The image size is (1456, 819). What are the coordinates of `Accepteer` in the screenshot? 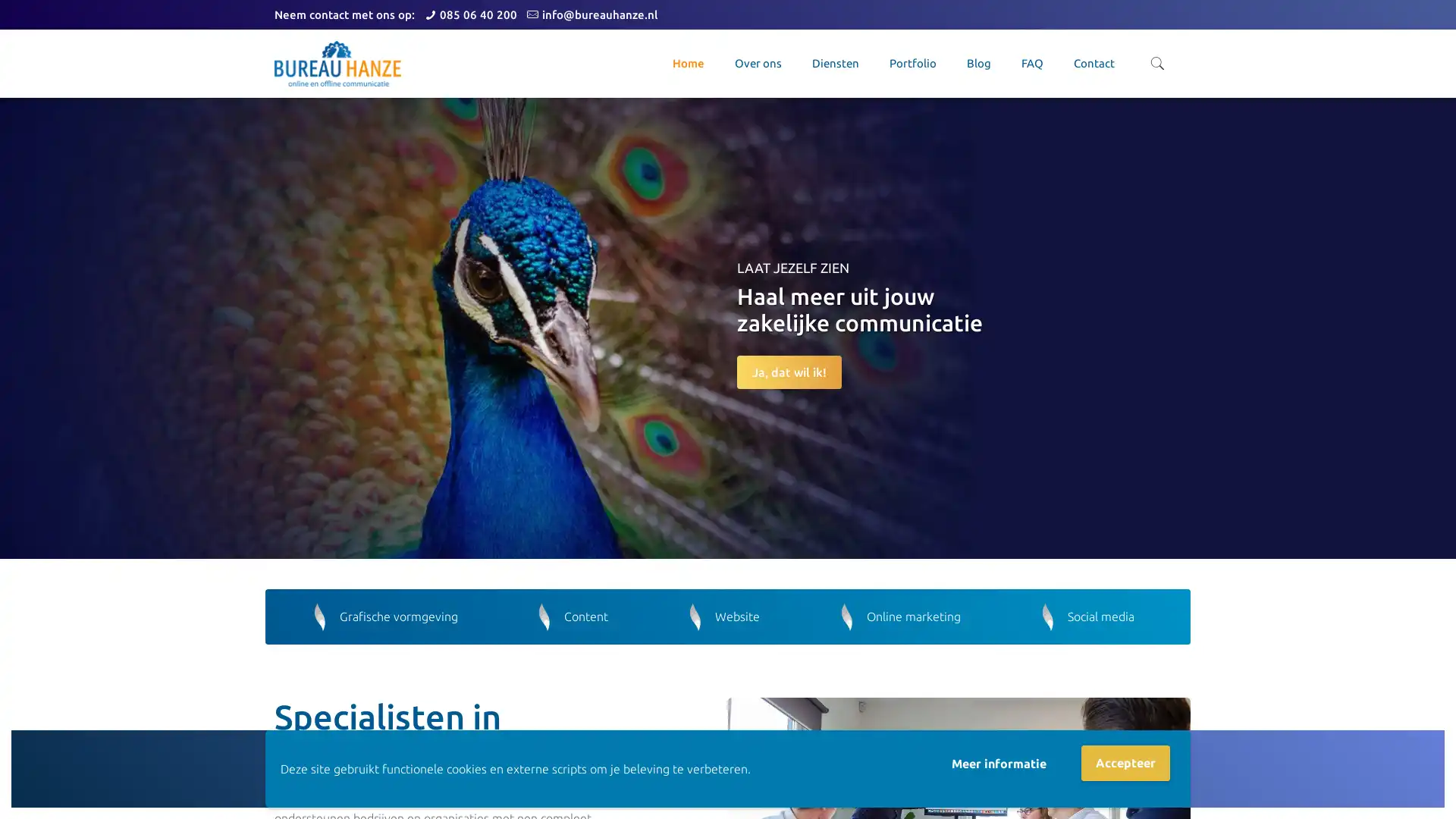 It's located at (1125, 763).